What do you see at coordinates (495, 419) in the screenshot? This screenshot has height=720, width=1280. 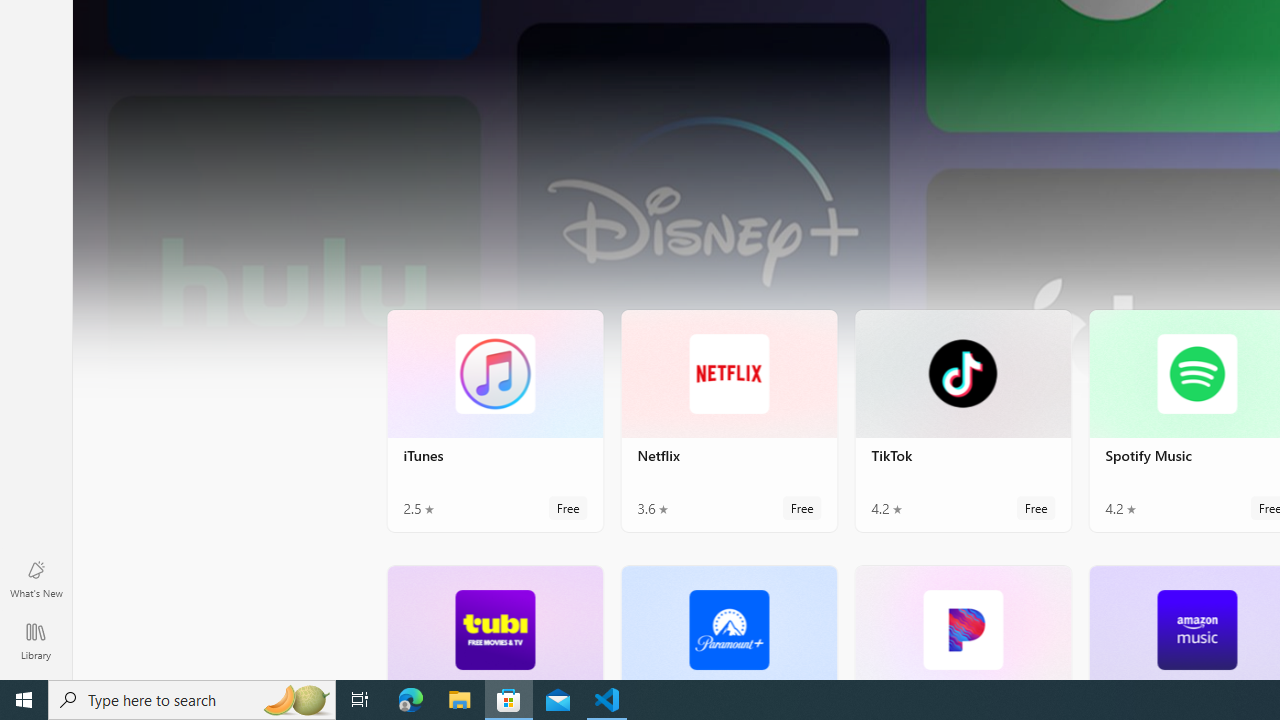 I see `'iTunes. Average rating of 2.5 out of five stars. Free  '` at bounding box center [495, 419].